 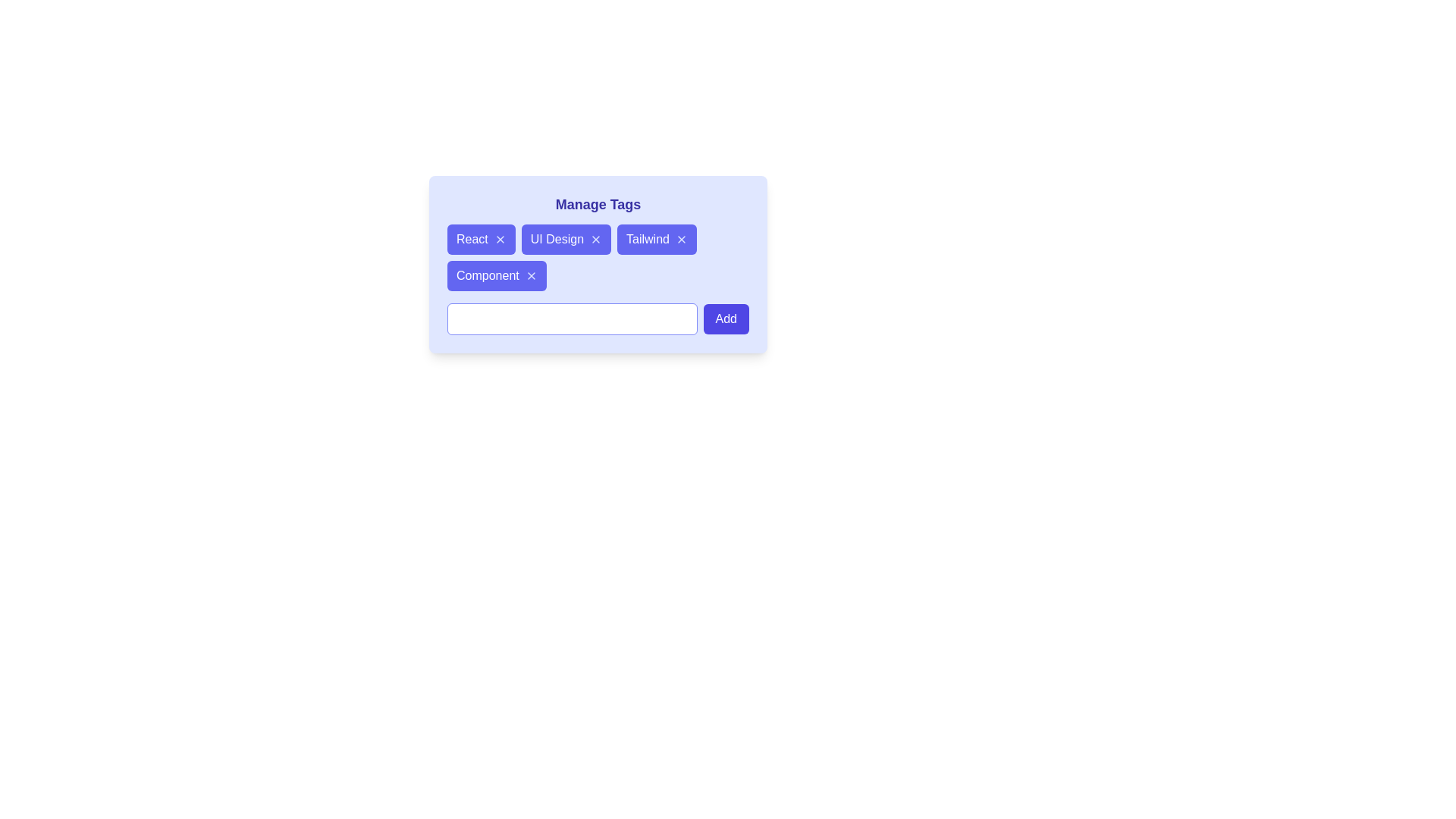 What do you see at coordinates (570, 318) in the screenshot?
I see `the input field to focus it` at bounding box center [570, 318].